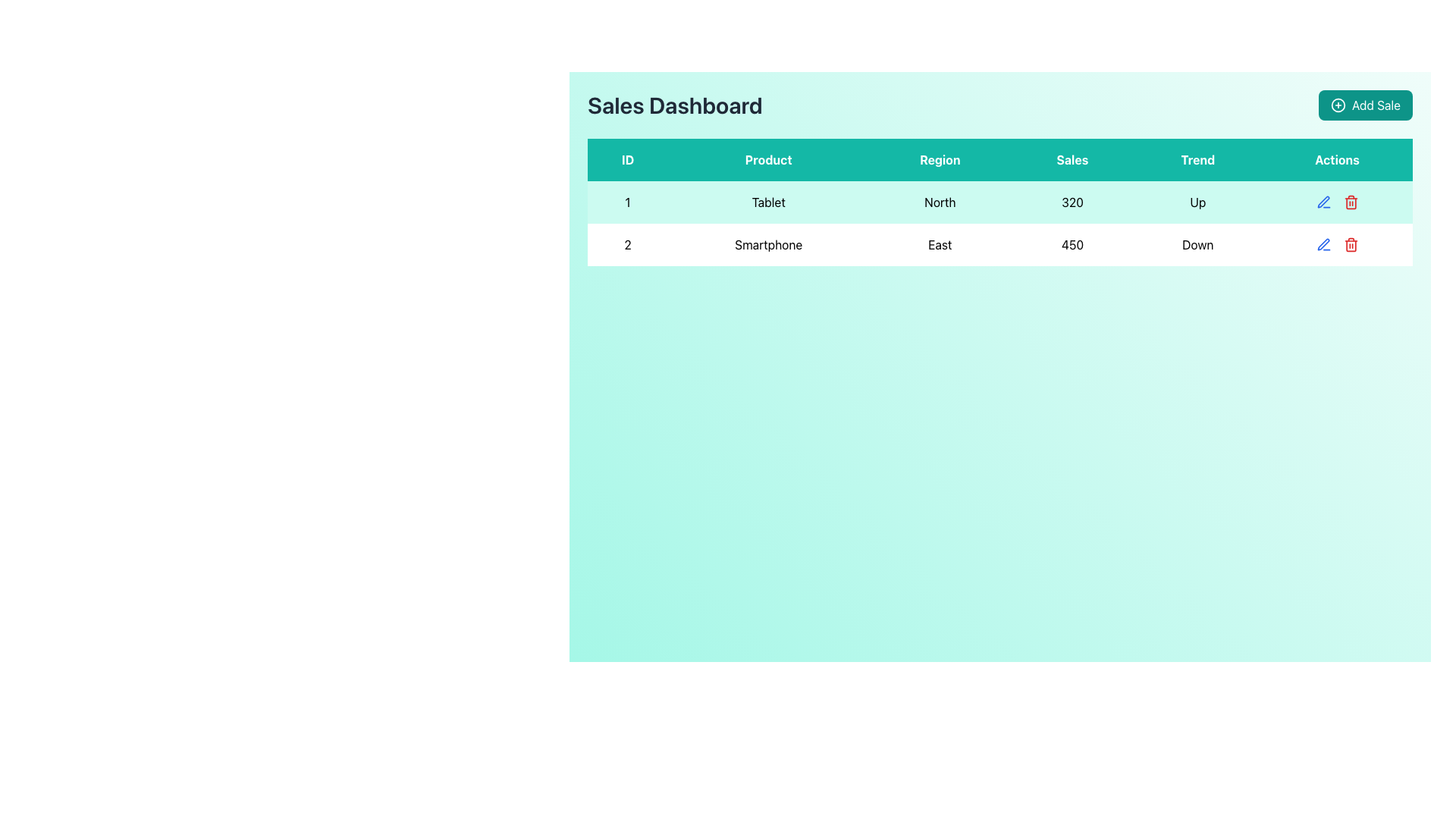 Image resolution: width=1456 pixels, height=819 pixels. What do you see at coordinates (1072, 244) in the screenshot?
I see `the table cell displaying '450' in the fourth column of the second row under the 'Sales' header` at bounding box center [1072, 244].